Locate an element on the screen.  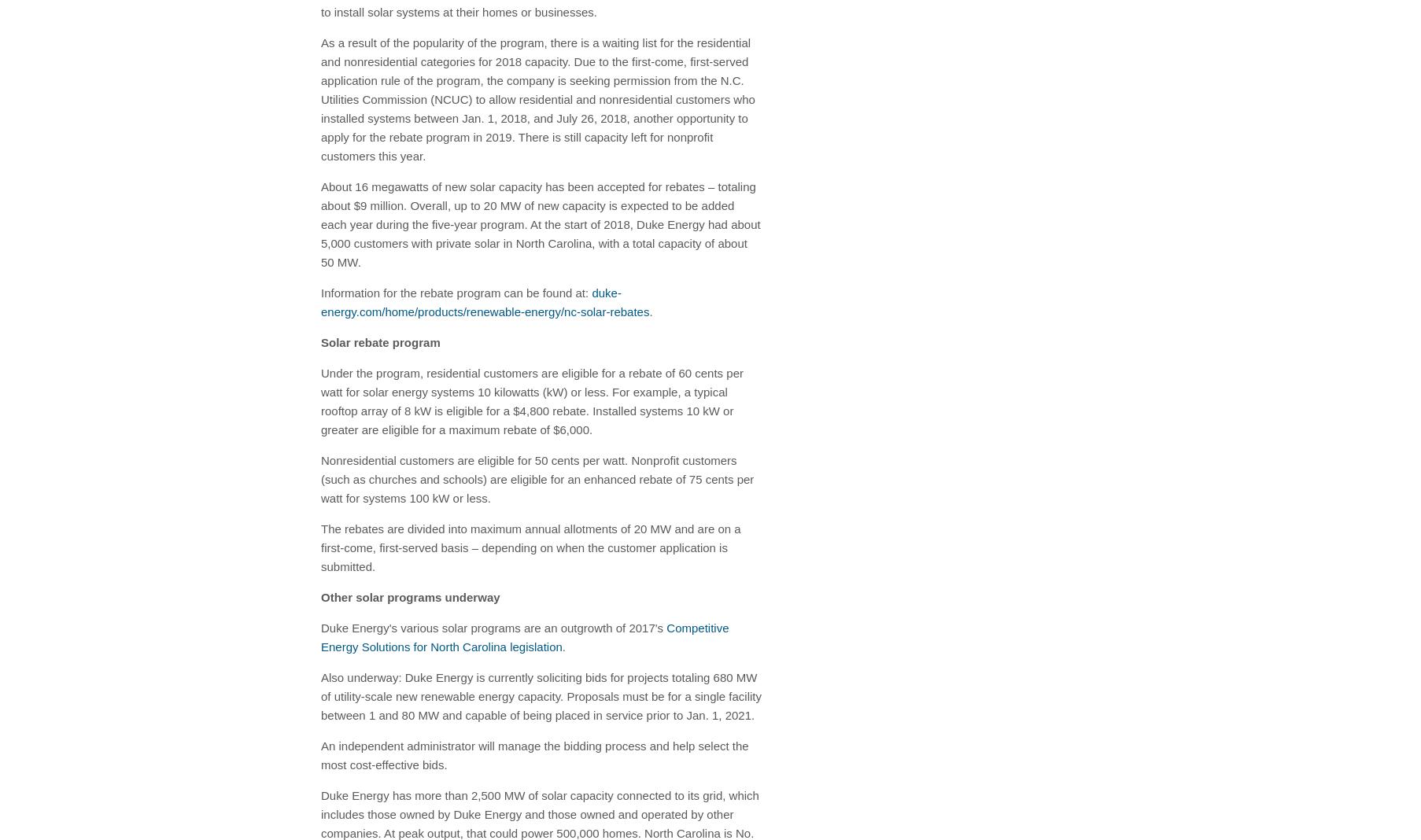
'per watt. Nonprofit customers (such as churches and schools) are eligible for an enhanced rebate of' is located at coordinates (319, 468).